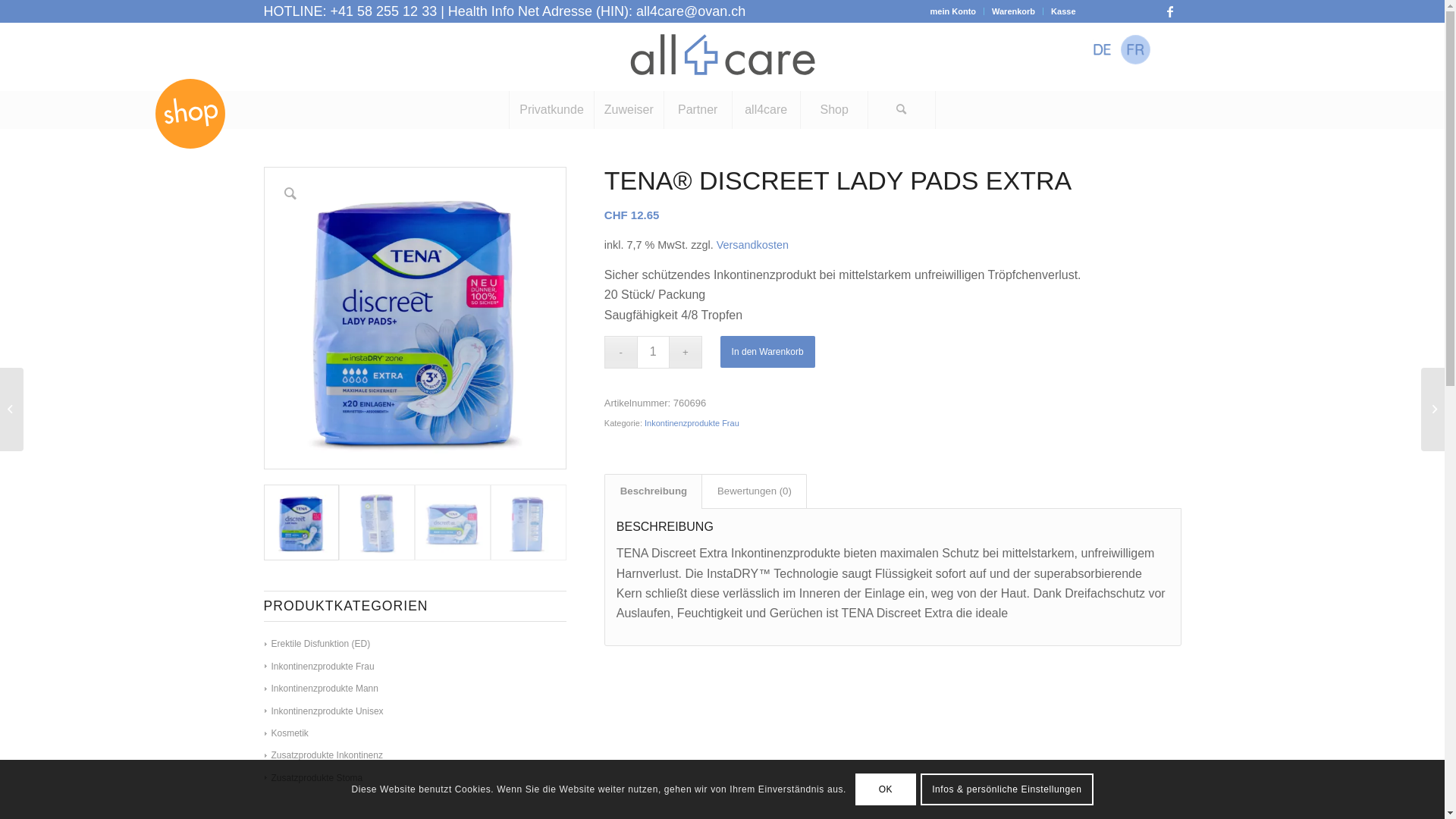 This screenshot has height=819, width=1456. I want to click on 'Erektile Disfunktion (ED)', so click(315, 643).